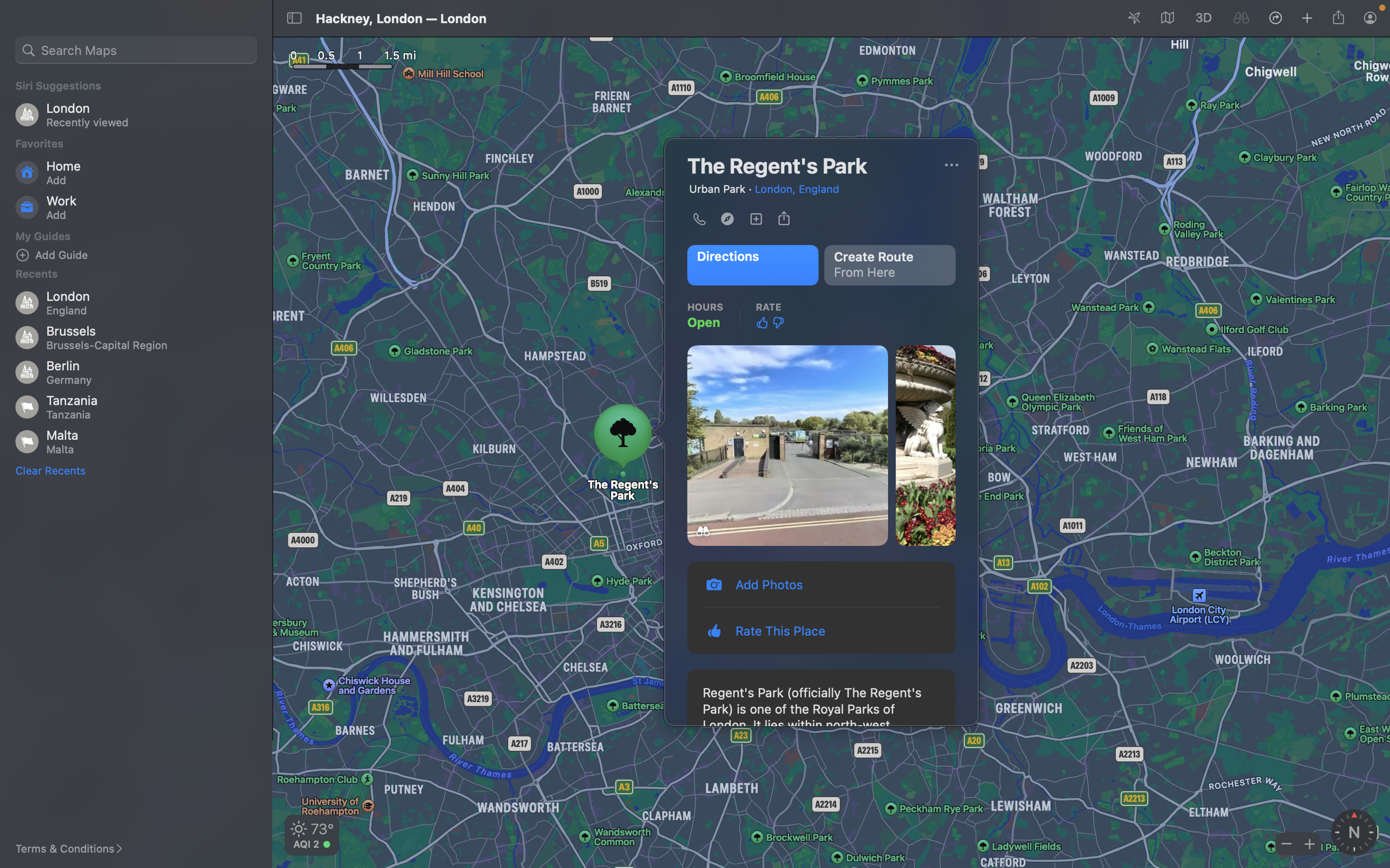  What do you see at coordinates (951, 165) in the screenshot?
I see `Share the place with a friend by clicking on the "more options" button and selecting "share"` at bounding box center [951, 165].